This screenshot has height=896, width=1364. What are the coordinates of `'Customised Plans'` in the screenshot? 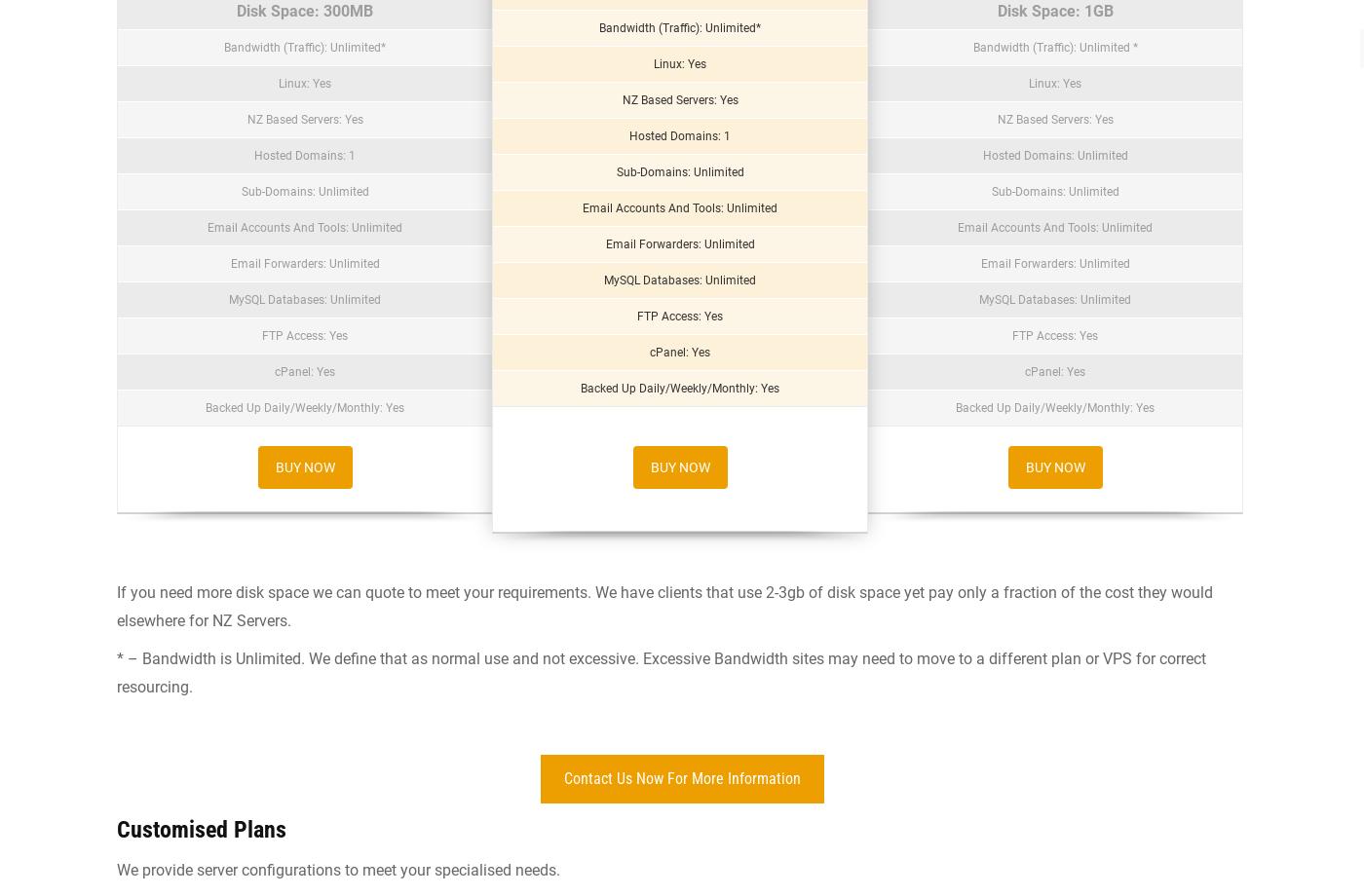 It's located at (202, 829).